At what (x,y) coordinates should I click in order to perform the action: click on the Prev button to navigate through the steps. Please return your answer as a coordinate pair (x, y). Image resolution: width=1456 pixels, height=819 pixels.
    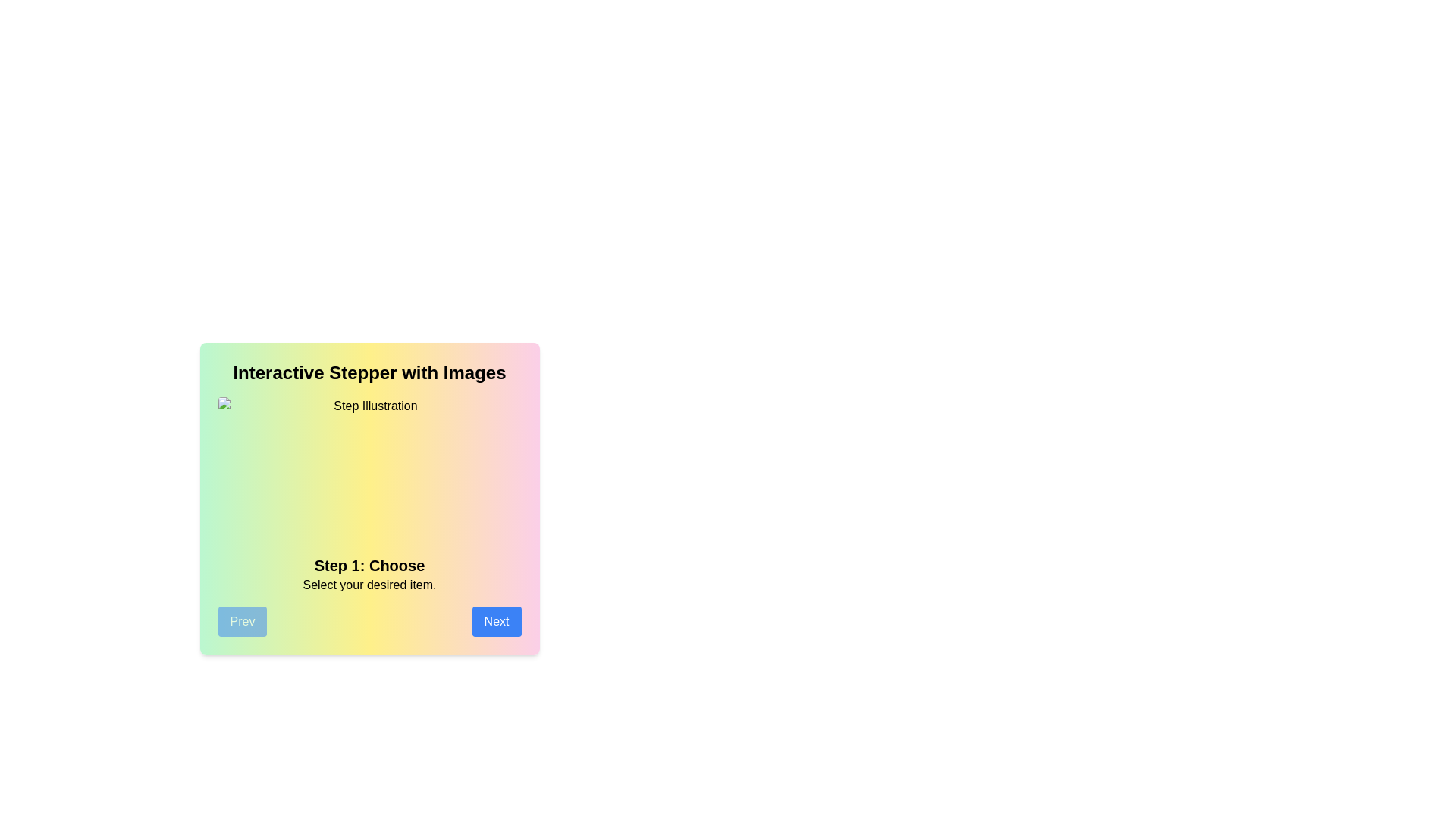
    Looking at the image, I should click on (241, 622).